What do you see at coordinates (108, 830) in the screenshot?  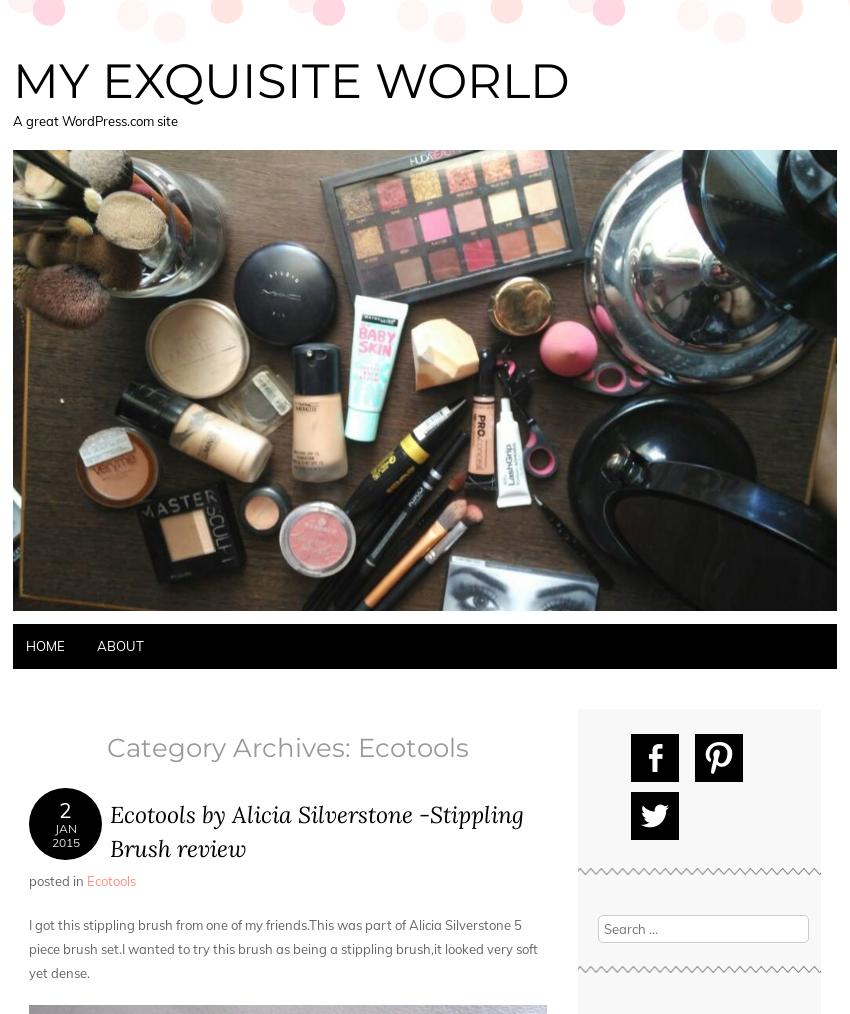 I see `'Ecotools by Alicia Silverstone -Stippling Brush review'` at bounding box center [108, 830].